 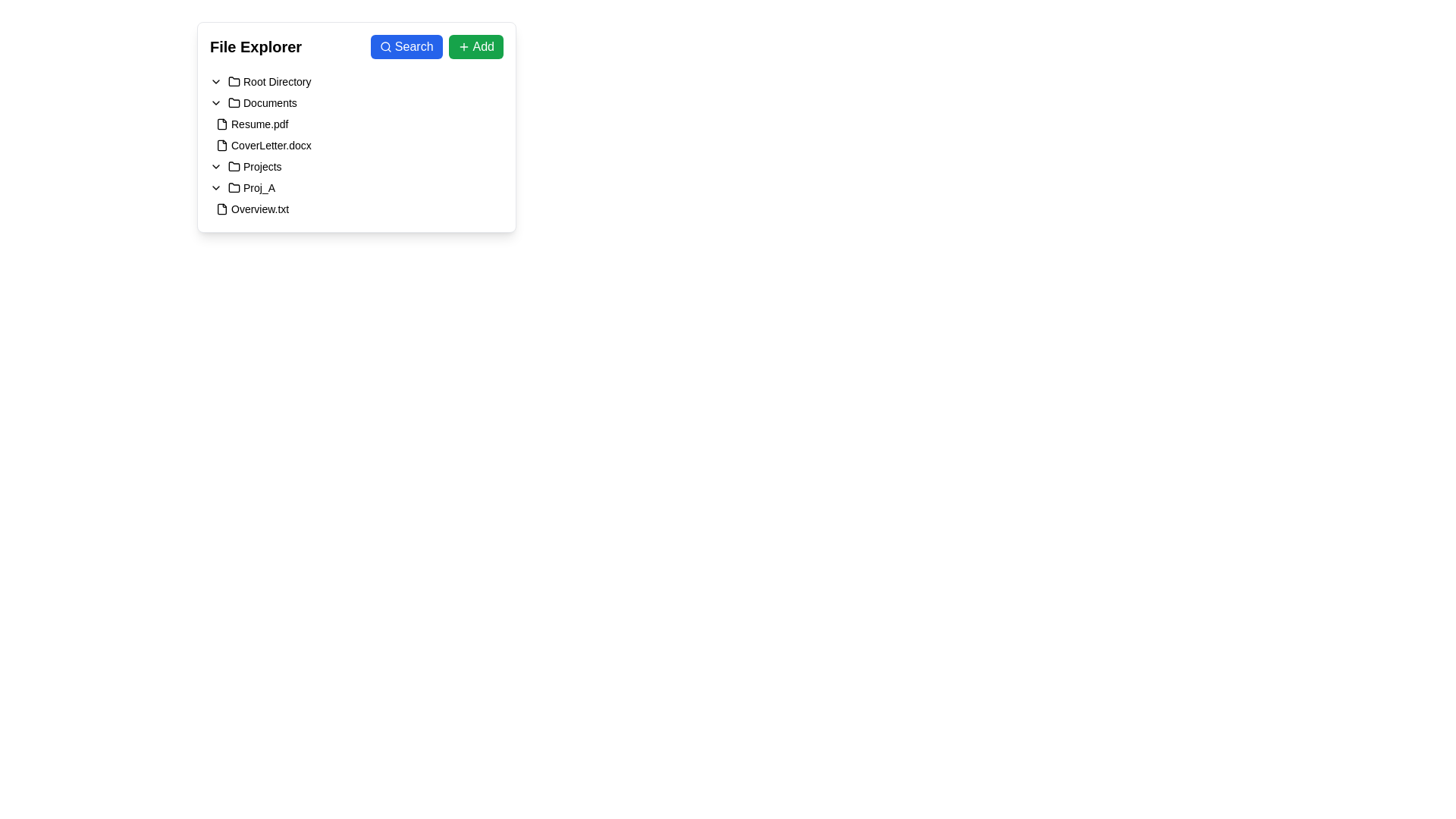 What do you see at coordinates (233, 166) in the screenshot?
I see `the folder icon that resembles thin, rounded outlines and is located immediately to the left of the 'Projects' text label in the file explorer interface` at bounding box center [233, 166].